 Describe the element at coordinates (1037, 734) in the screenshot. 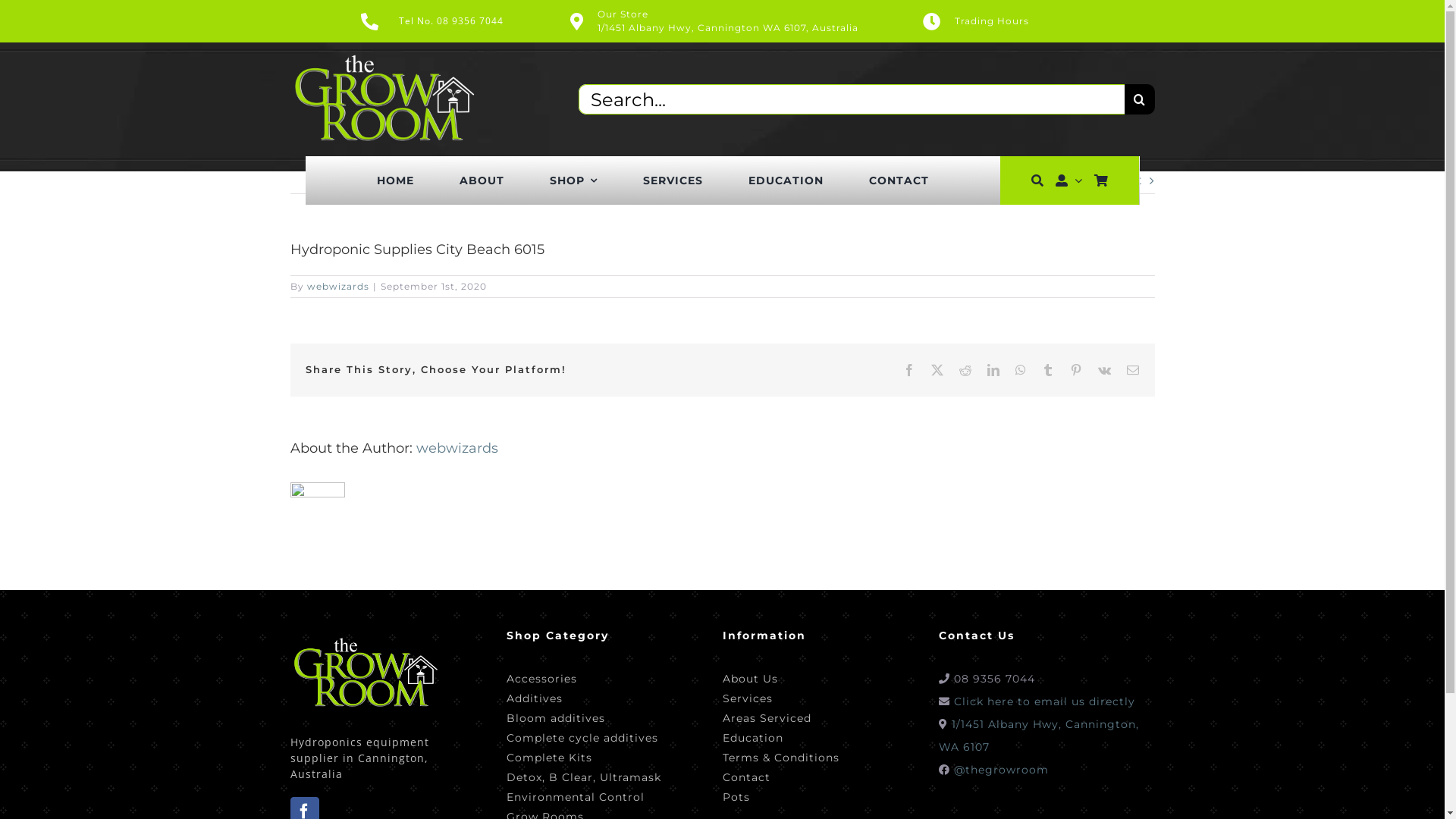

I see `'1/1451 Albany Hwy, Cannington, WA 6107'` at that location.